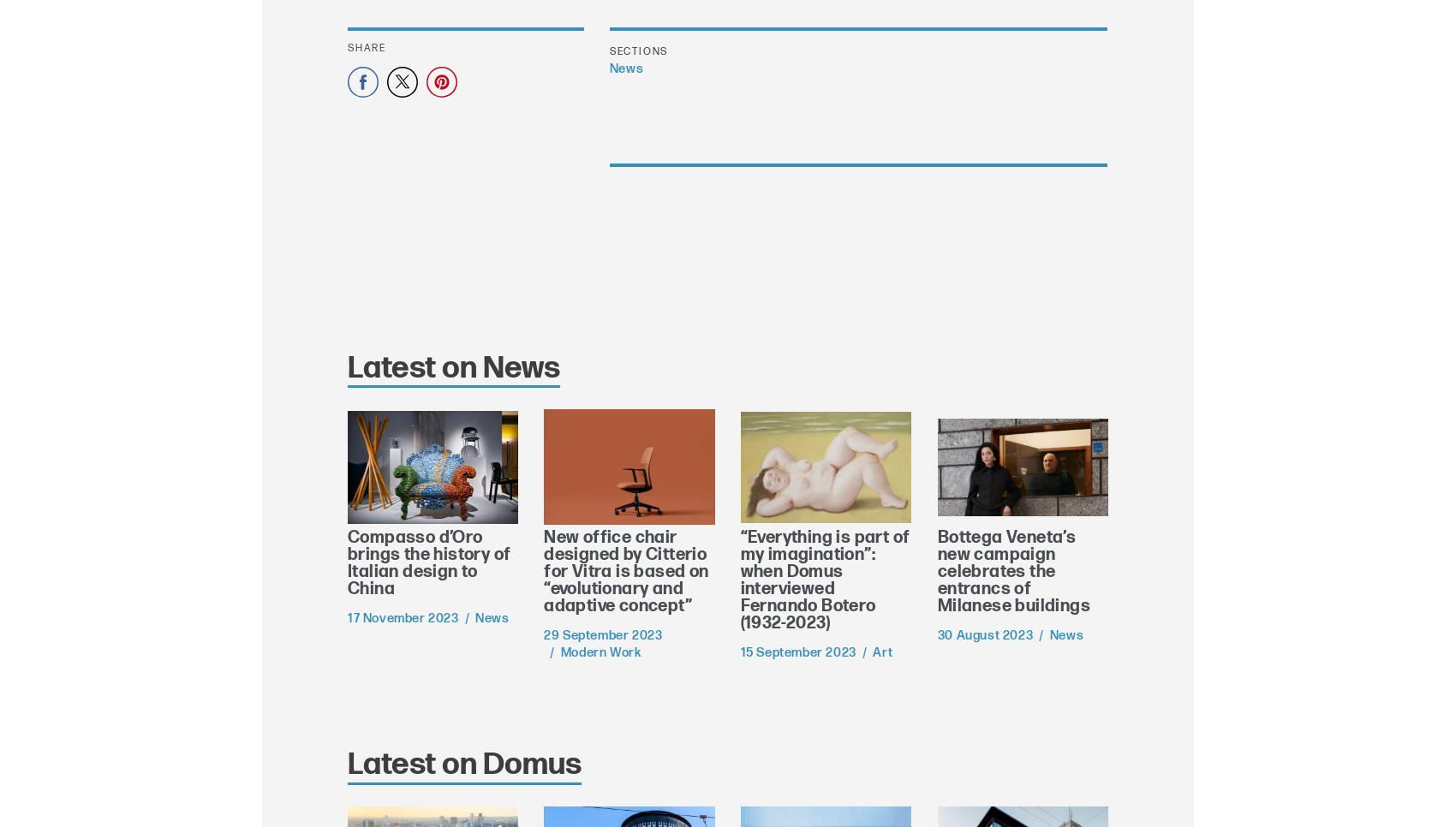  Describe the element at coordinates (637, 51) in the screenshot. I see `'Sections'` at that location.